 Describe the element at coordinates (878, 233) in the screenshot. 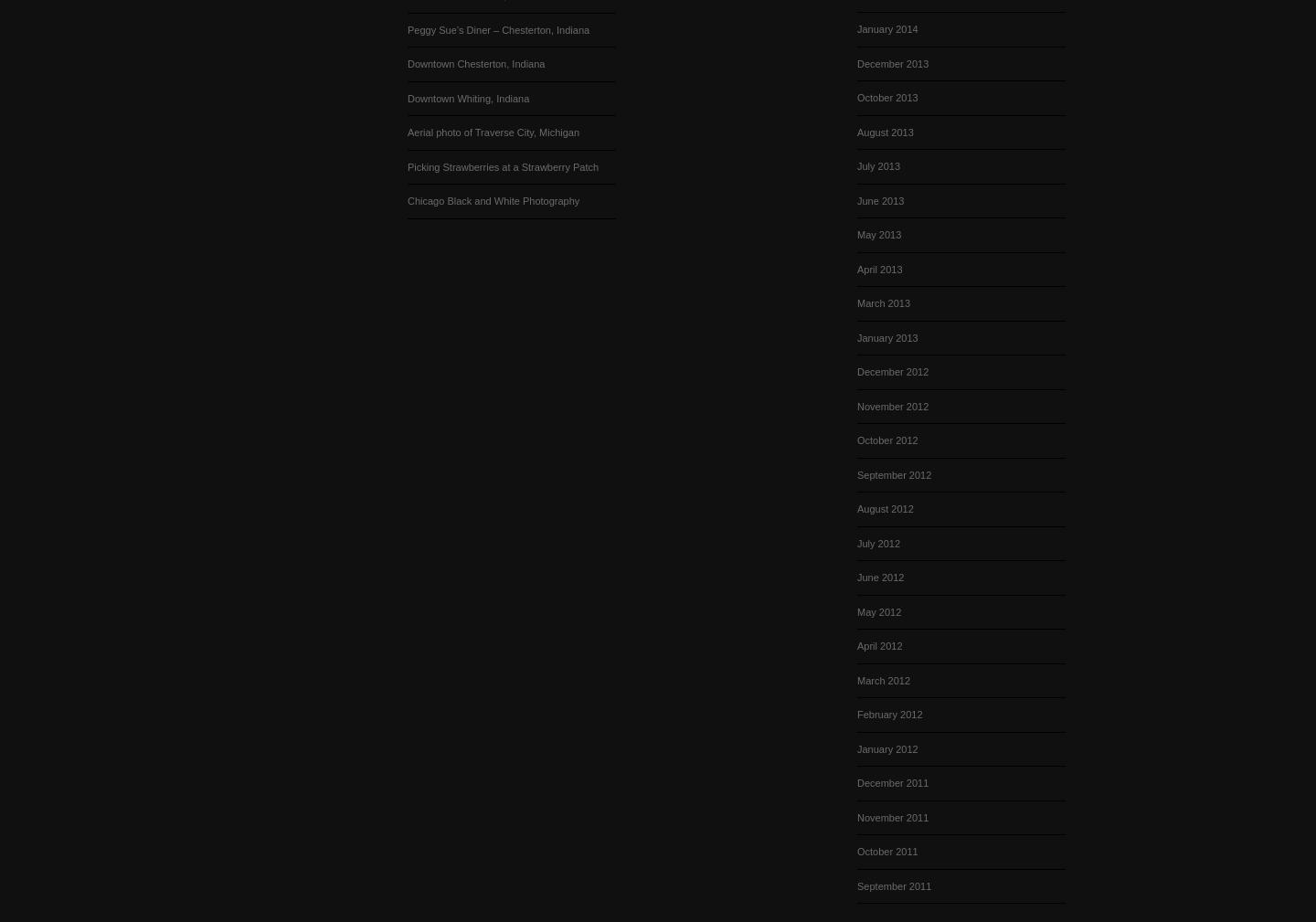

I see `'May 2013'` at that location.